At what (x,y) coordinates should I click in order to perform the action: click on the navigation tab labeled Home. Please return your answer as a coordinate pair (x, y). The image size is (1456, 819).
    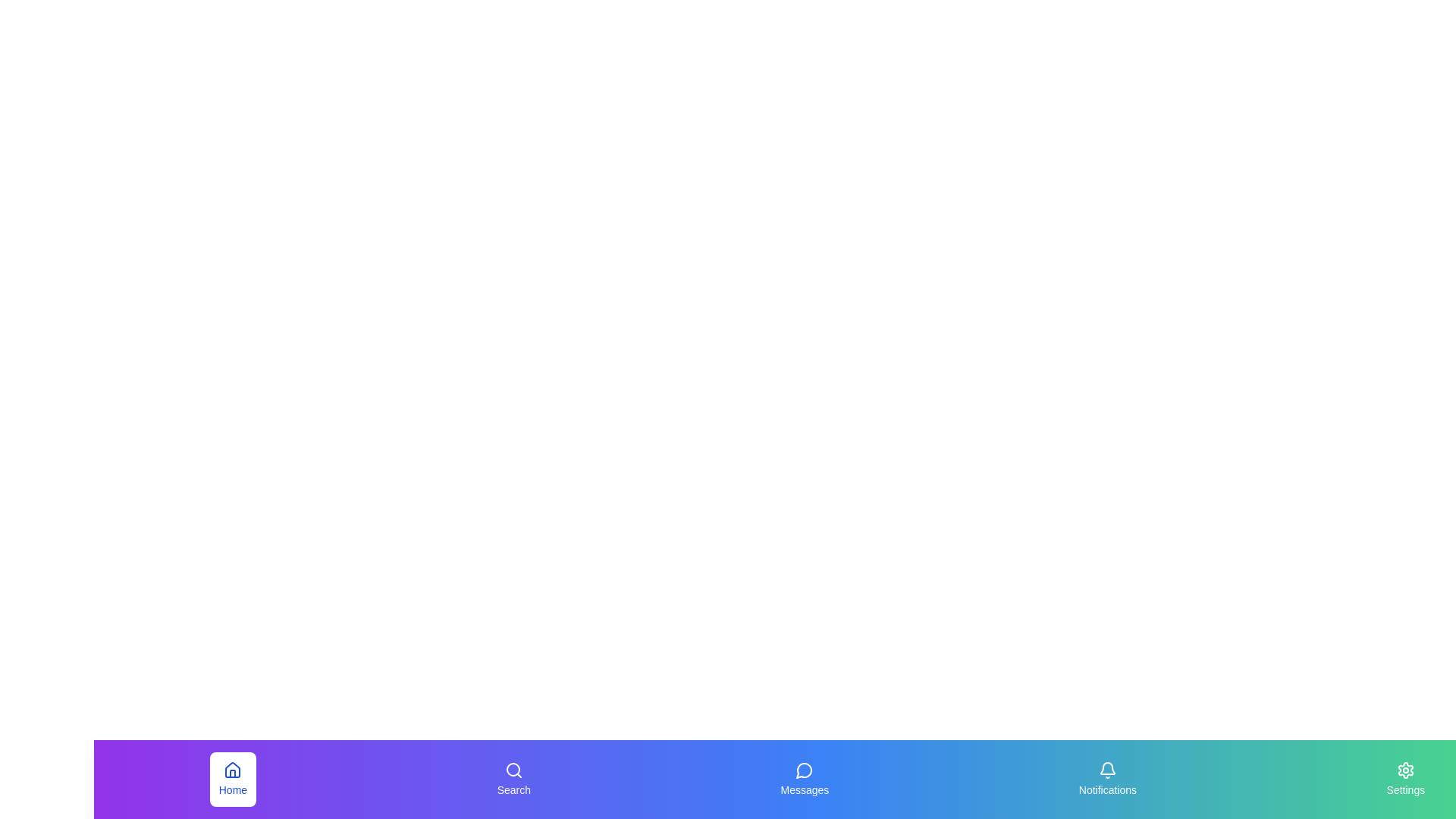
    Looking at the image, I should click on (232, 780).